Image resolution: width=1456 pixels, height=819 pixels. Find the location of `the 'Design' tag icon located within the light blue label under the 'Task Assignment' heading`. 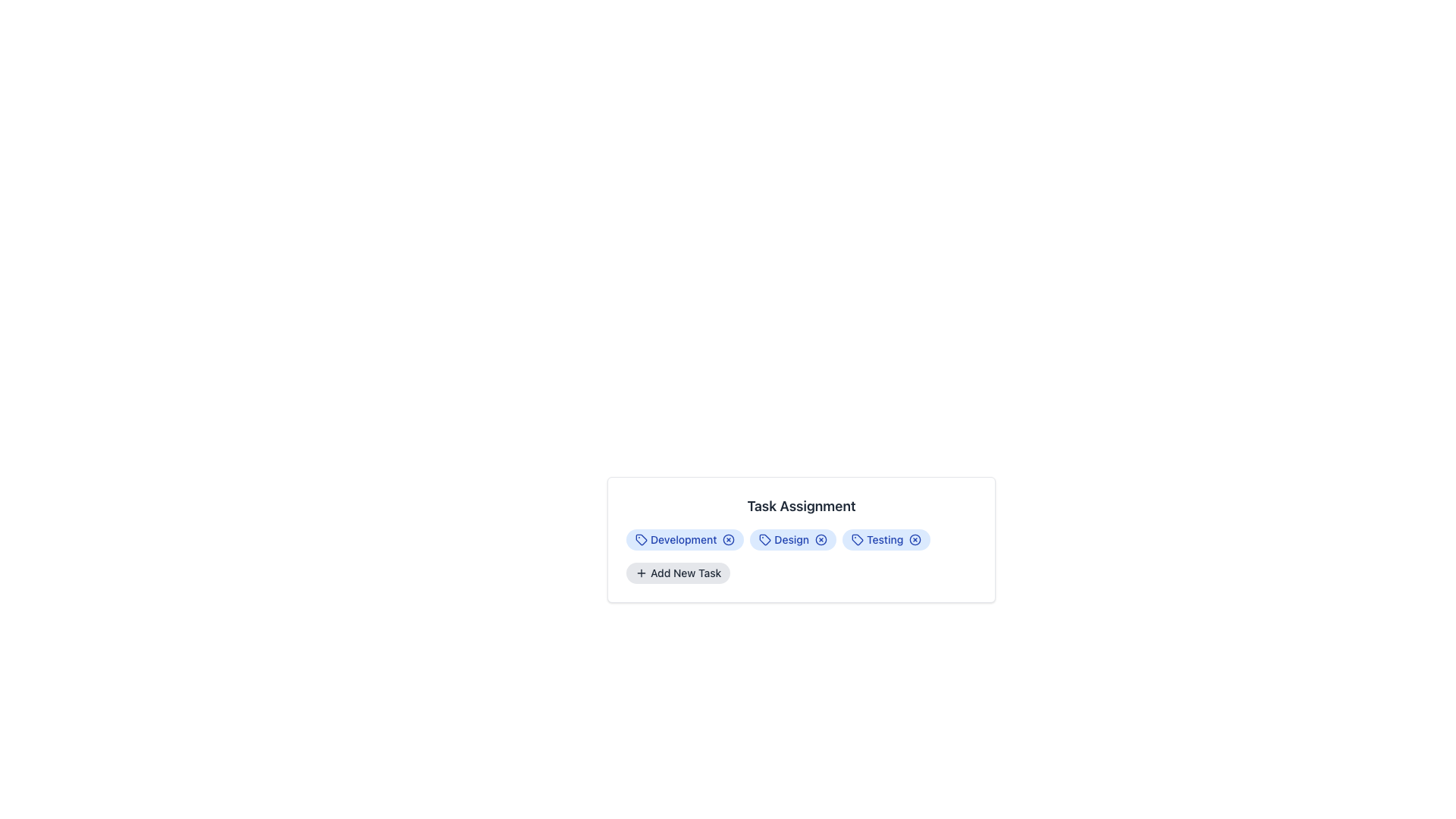

the 'Design' tag icon located within the light blue label under the 'Task Assignment' heading is located at coordinates (765, 539).